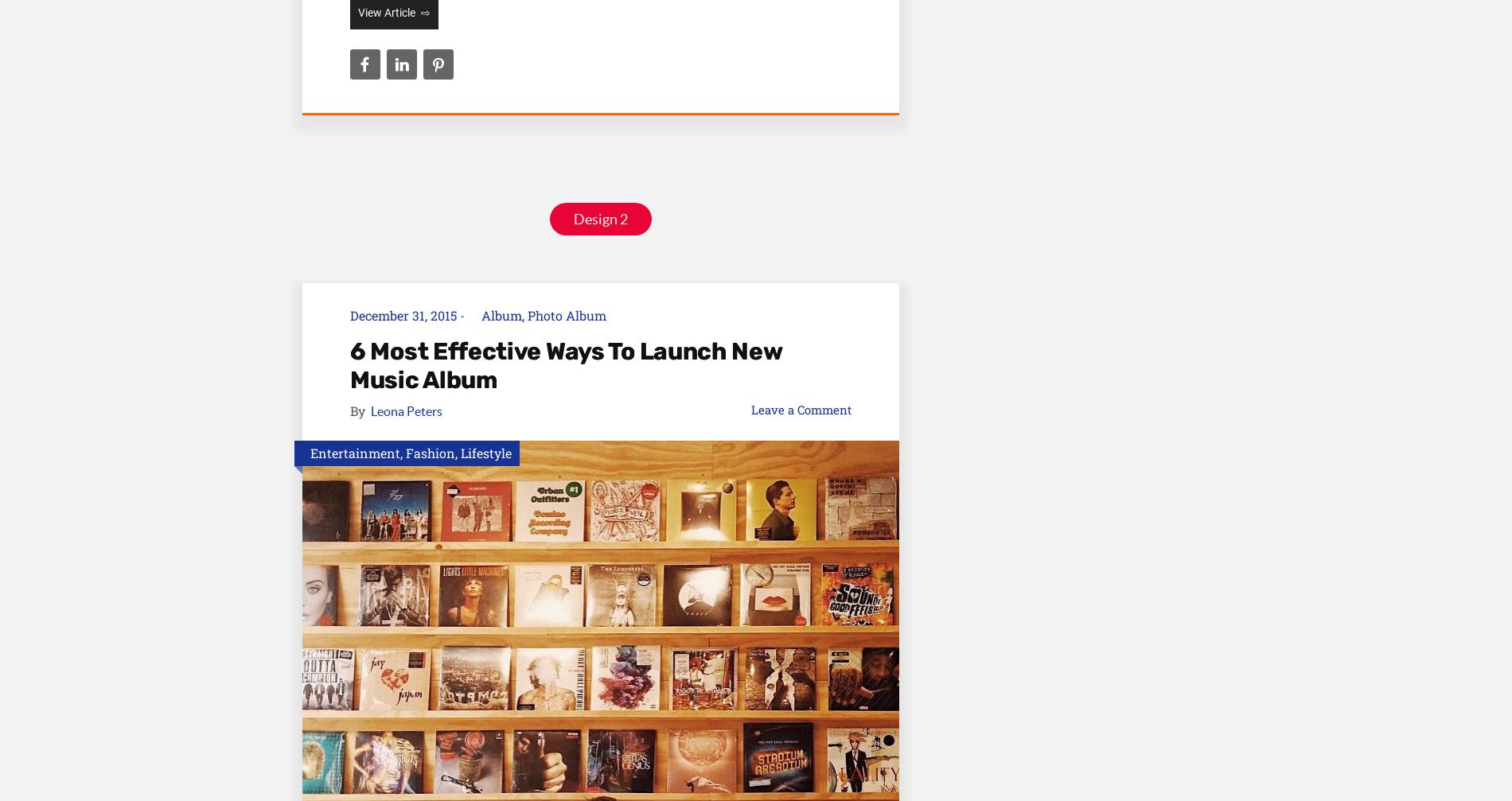 The height and width of the screenshot is (801, 1512). I want to click on 'Design 2', so click(600, 218).